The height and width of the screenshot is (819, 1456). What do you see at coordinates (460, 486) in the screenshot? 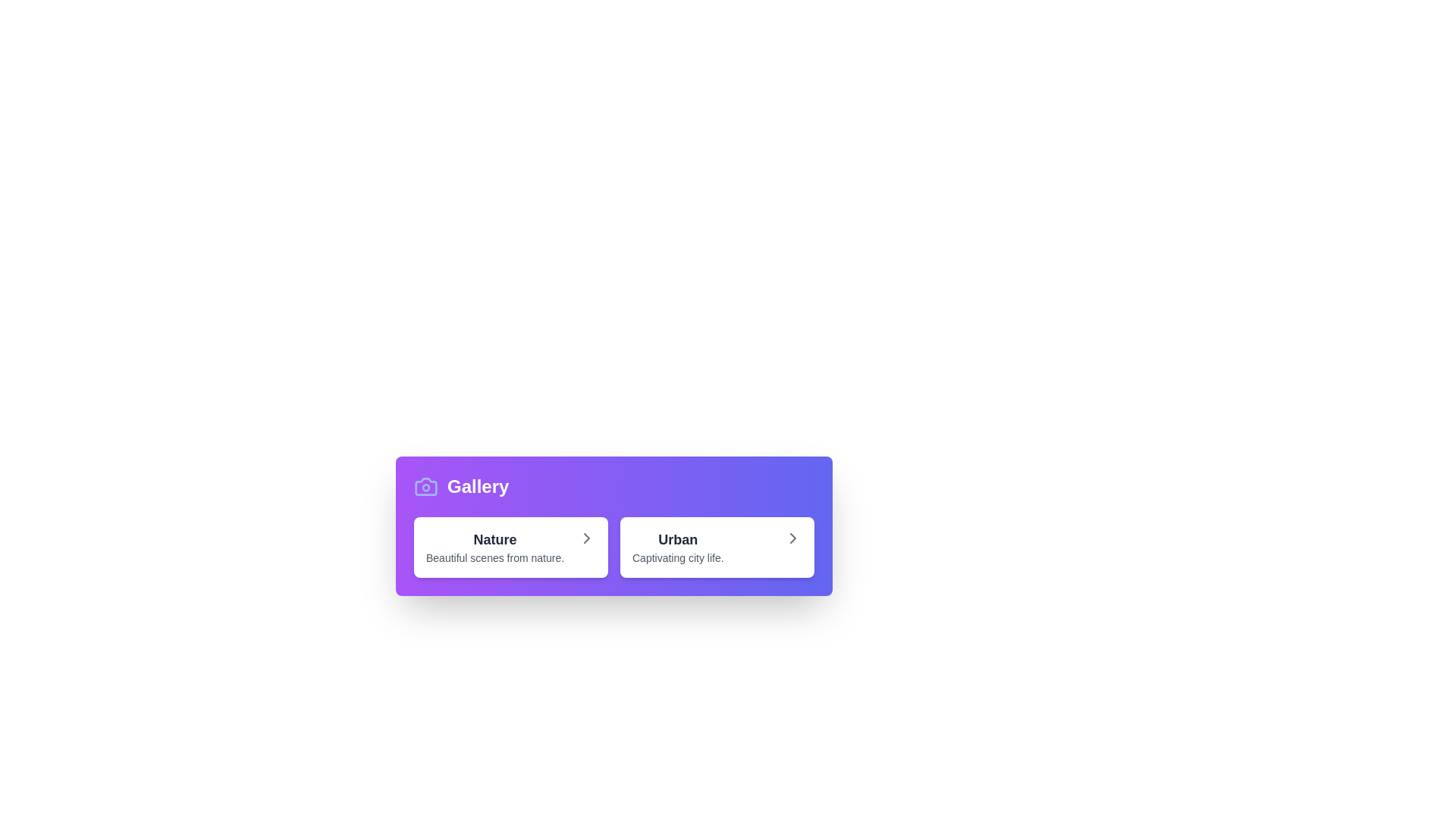
I see `label 'Gallery' from the text with an icon of a camera, which is the leftmost element in a horizontal layout on a purple background` at bounding box center [460, 486].